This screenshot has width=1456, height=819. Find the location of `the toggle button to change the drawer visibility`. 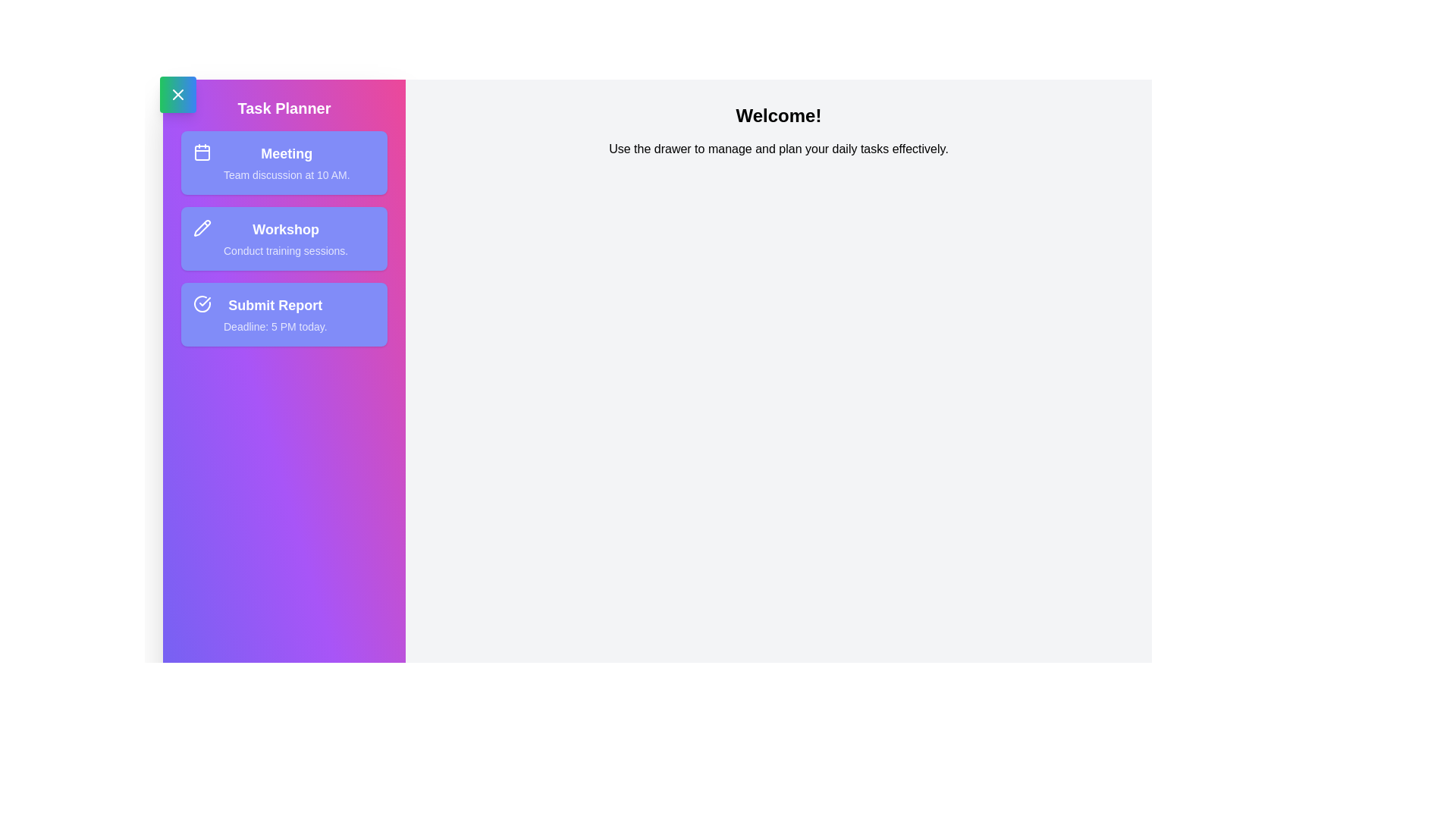

the toggle button to change the drawer visibility is located at coordinates (178, 94).